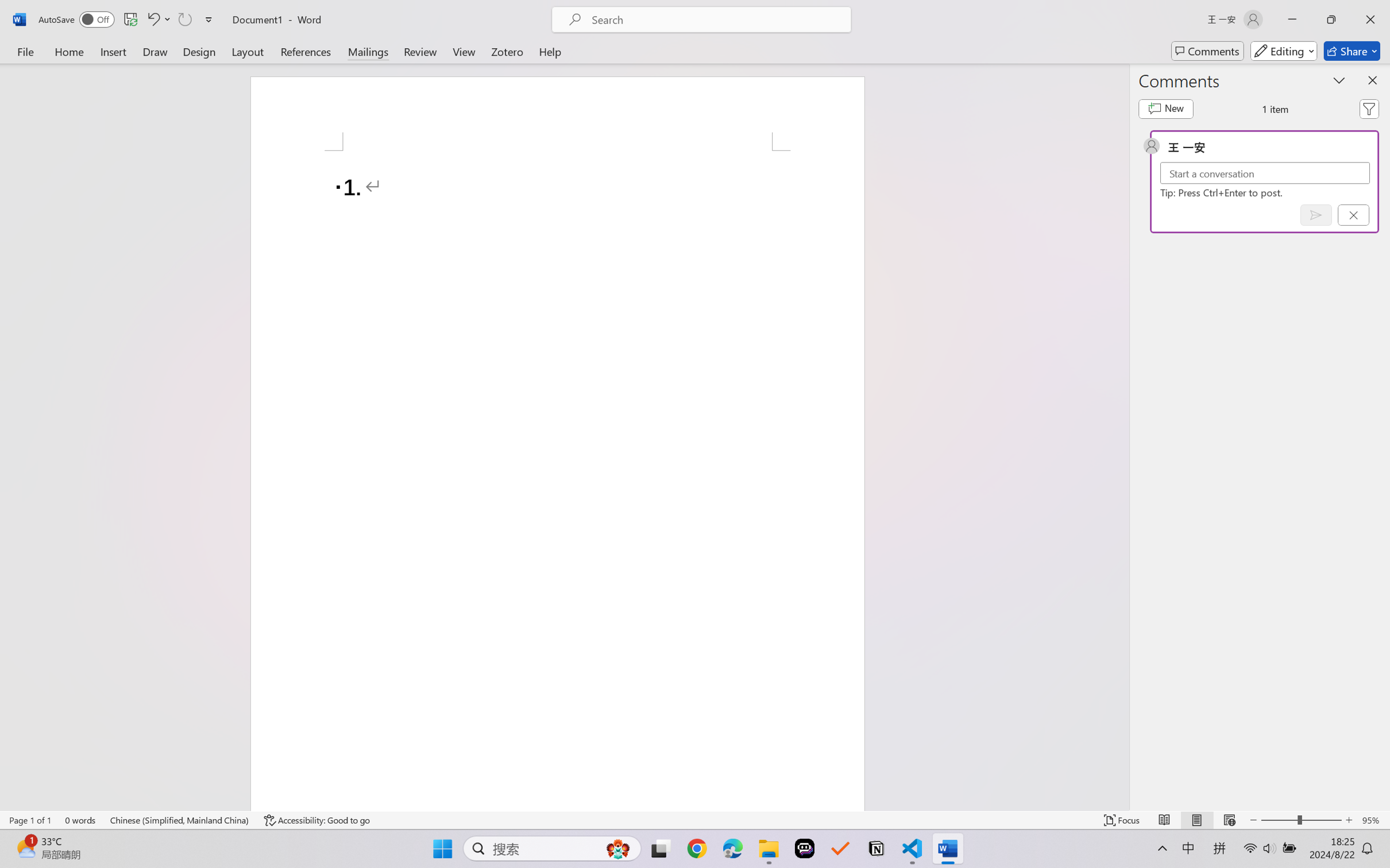 The image size is (1390, 868). What do you see at coordinates (1353, 215) in the screenshot?
I see `'Cancel'` at bounding box center [1353, 215].